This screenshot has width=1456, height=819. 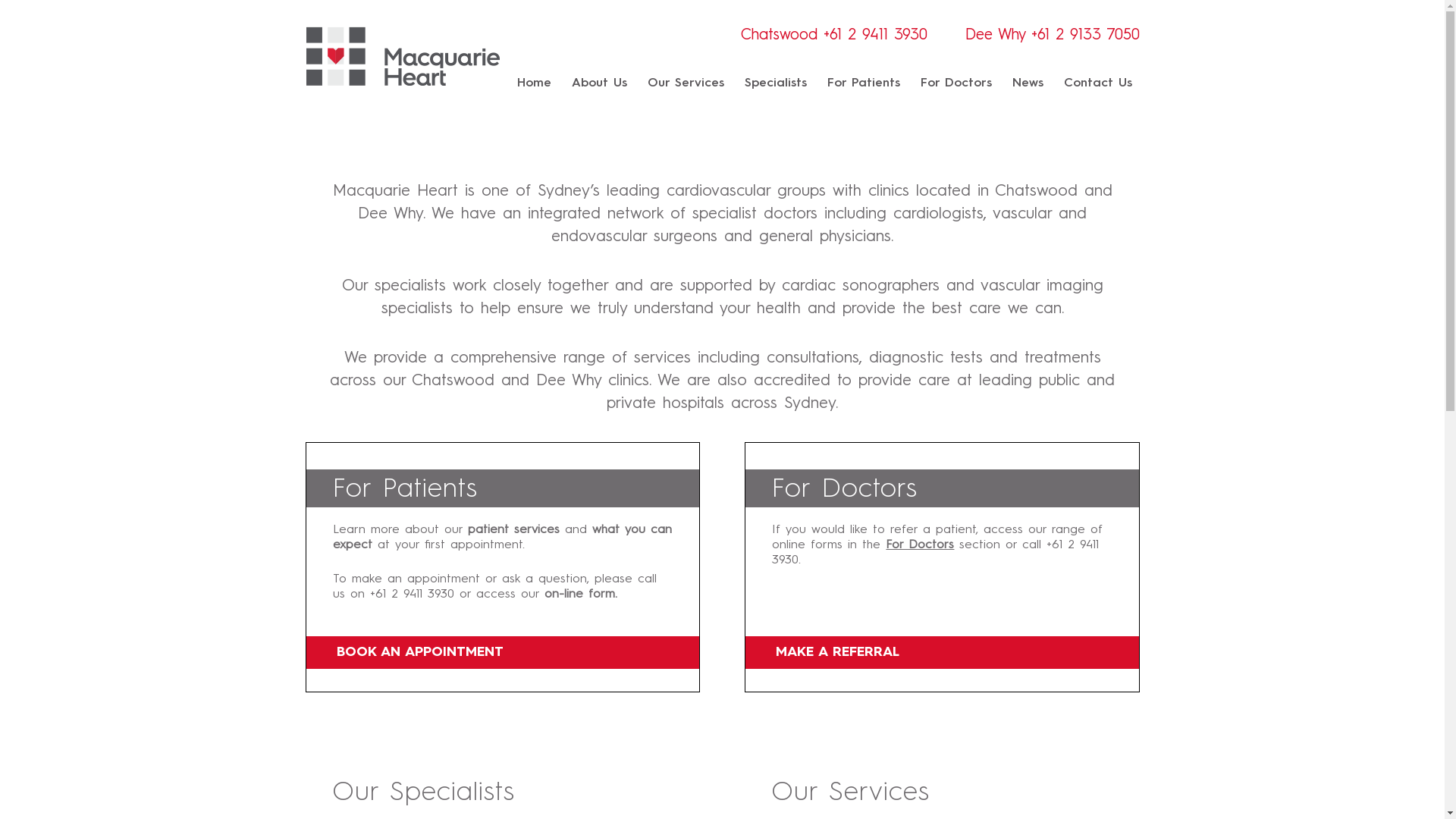 What do you see at coordinates (579, 593) in the screenshot?
I see `'on-line form'` at bounding box center [579, 593].